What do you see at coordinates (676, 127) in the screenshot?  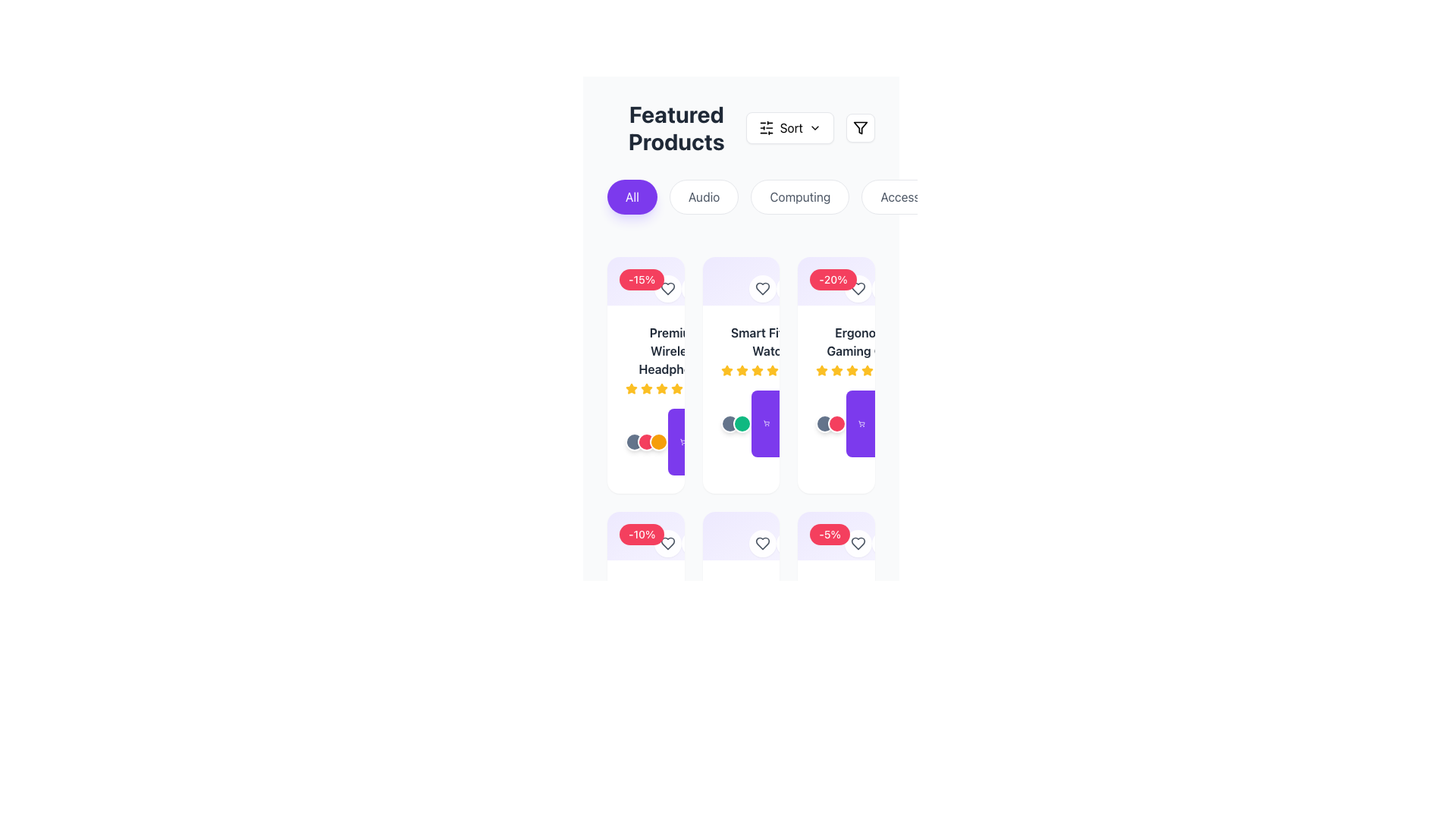 I see `text from the Text header that serves as a title for the section, positioned on the left side of the 'Sort' functionality` at bounding box center [676, 127].